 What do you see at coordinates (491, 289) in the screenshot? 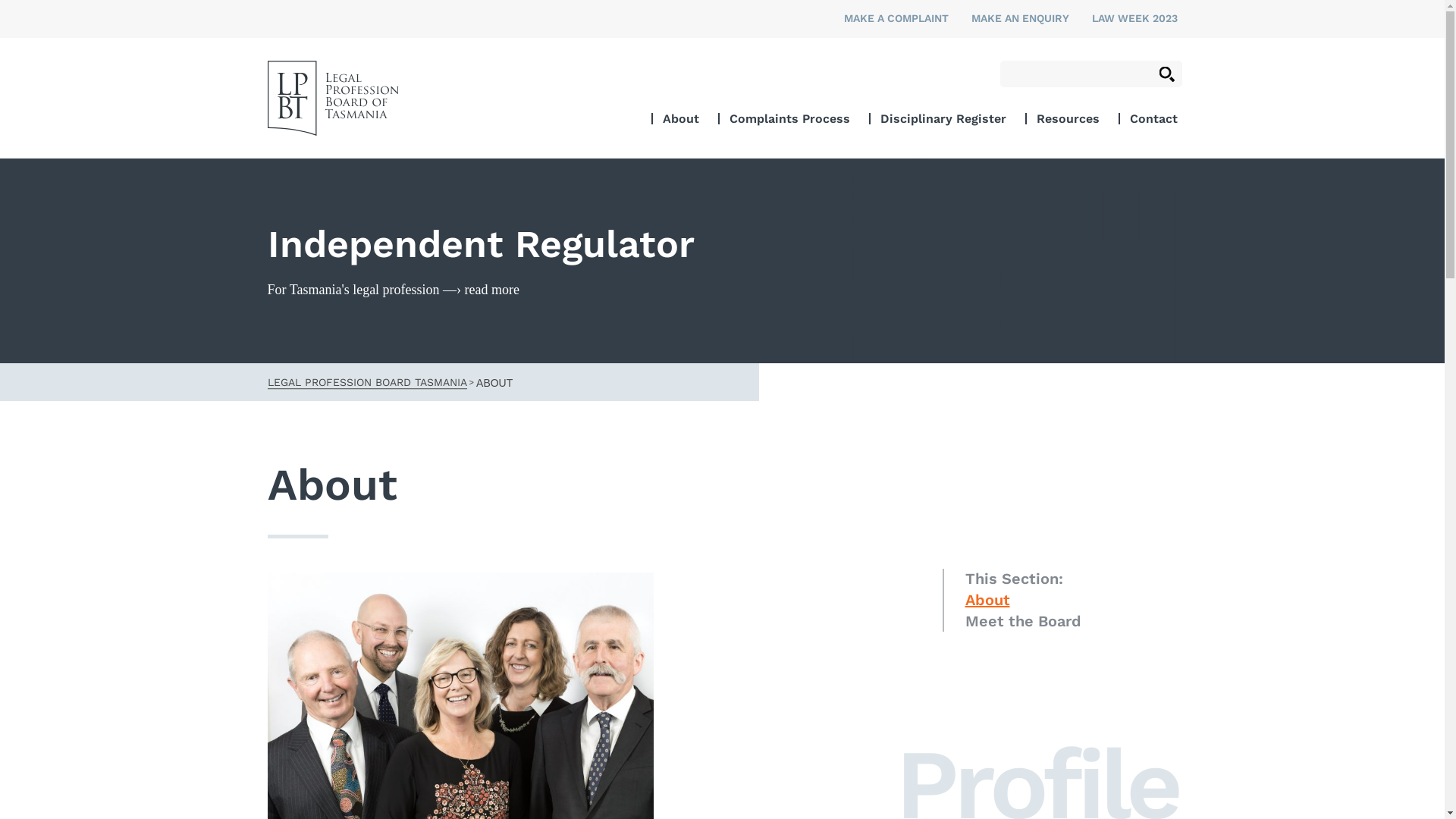
I see `'read more'` at bounding box center [491, 289].